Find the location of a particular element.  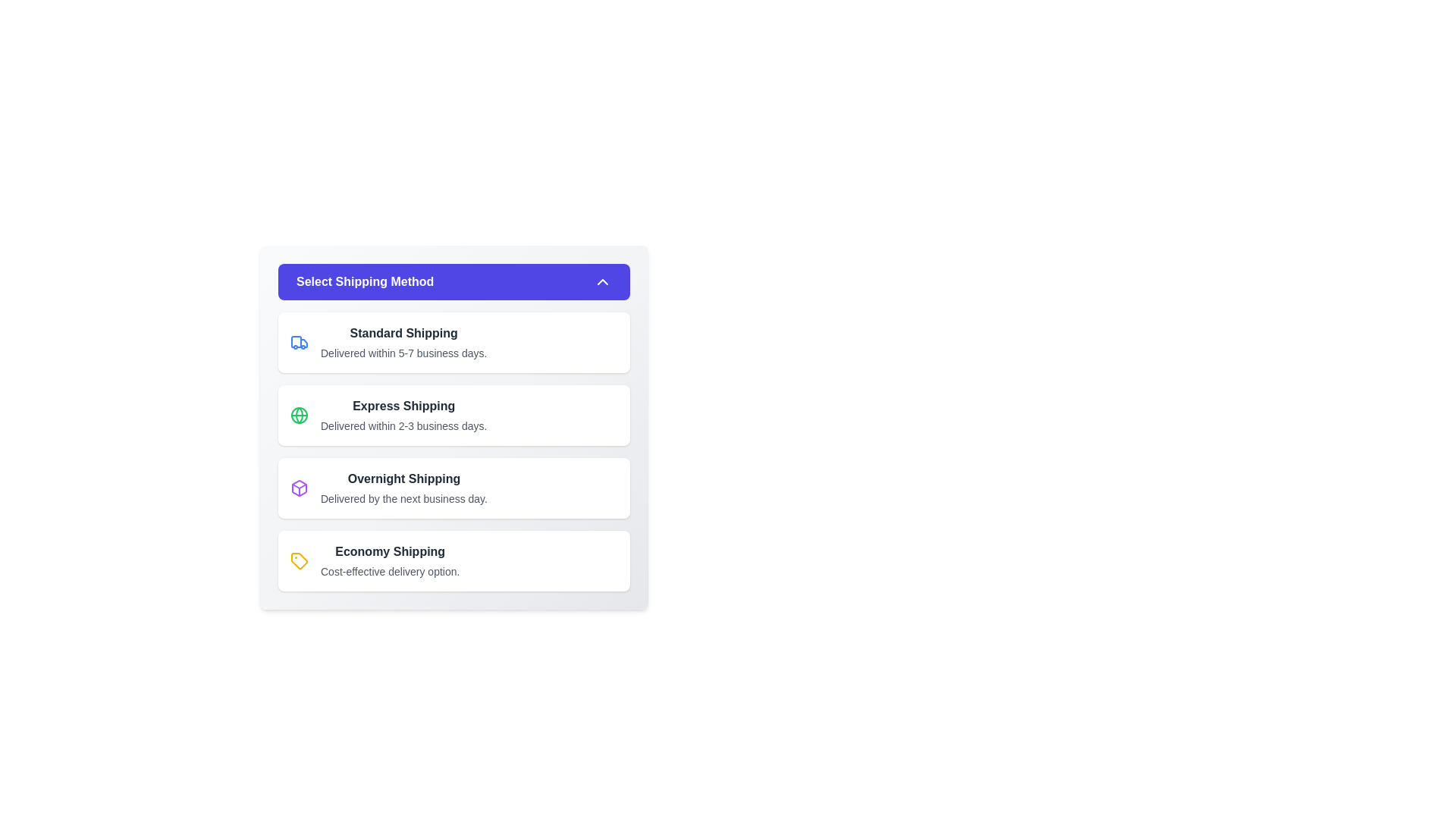

the chevron-shaped icon pointing upwards located at the top-right corner of the blue section labeled 'Select Shipping Method' is located at coordinates (602, 281).